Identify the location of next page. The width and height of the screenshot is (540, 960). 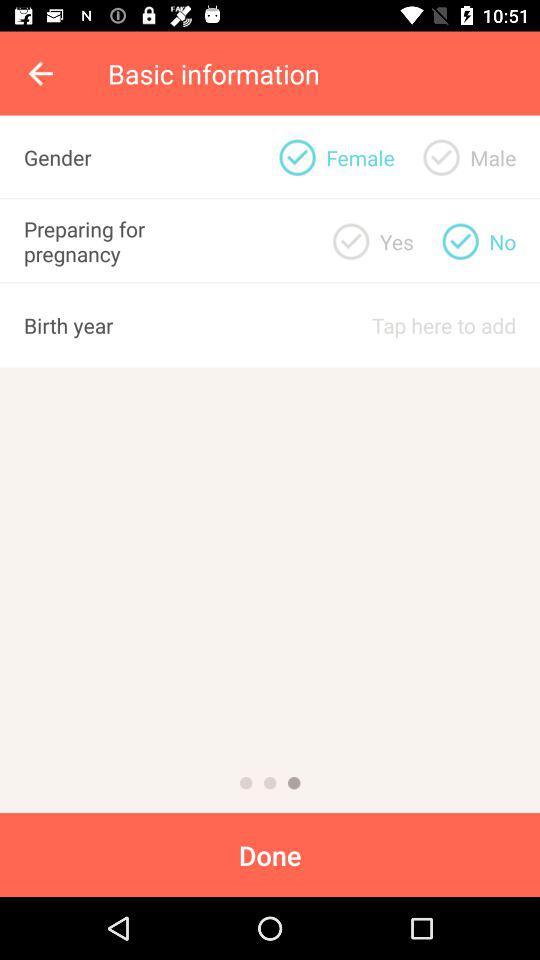
(293, 783).